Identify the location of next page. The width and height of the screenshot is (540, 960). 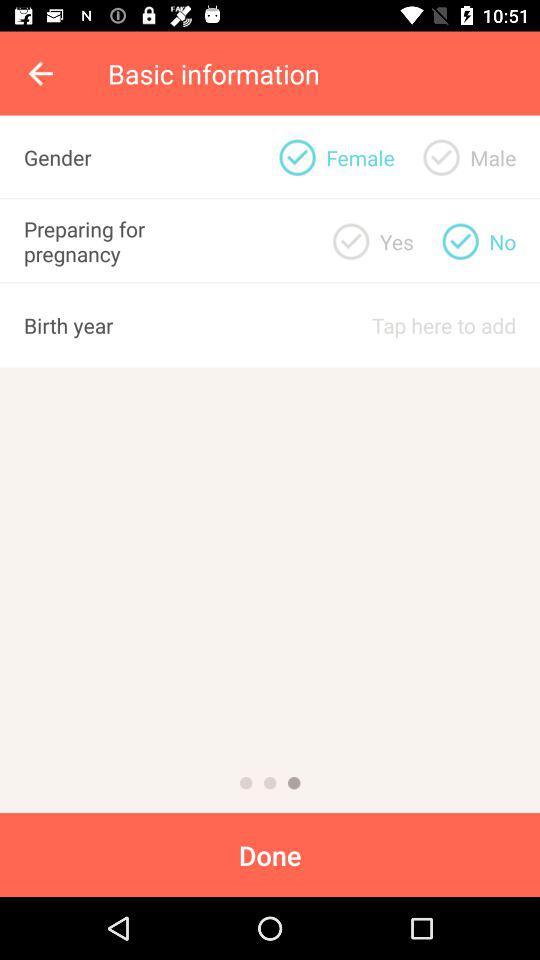
(293, 783).